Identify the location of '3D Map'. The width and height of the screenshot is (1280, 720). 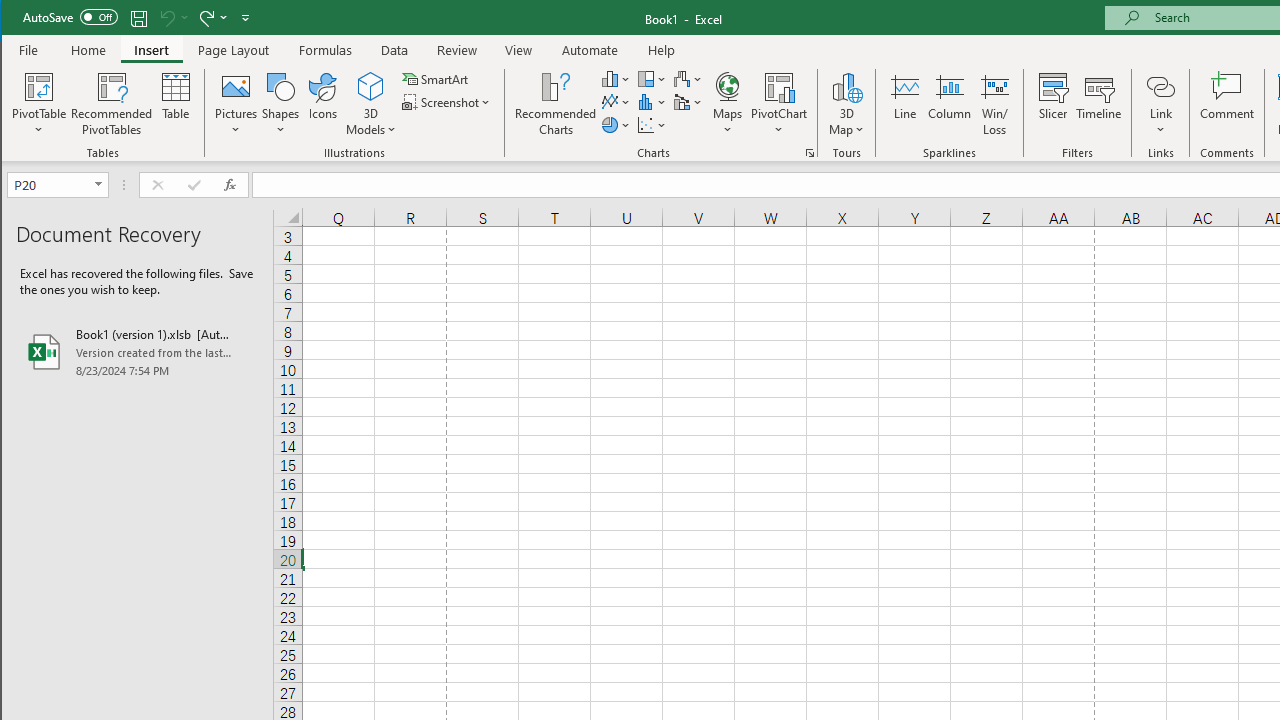
(846, 104).